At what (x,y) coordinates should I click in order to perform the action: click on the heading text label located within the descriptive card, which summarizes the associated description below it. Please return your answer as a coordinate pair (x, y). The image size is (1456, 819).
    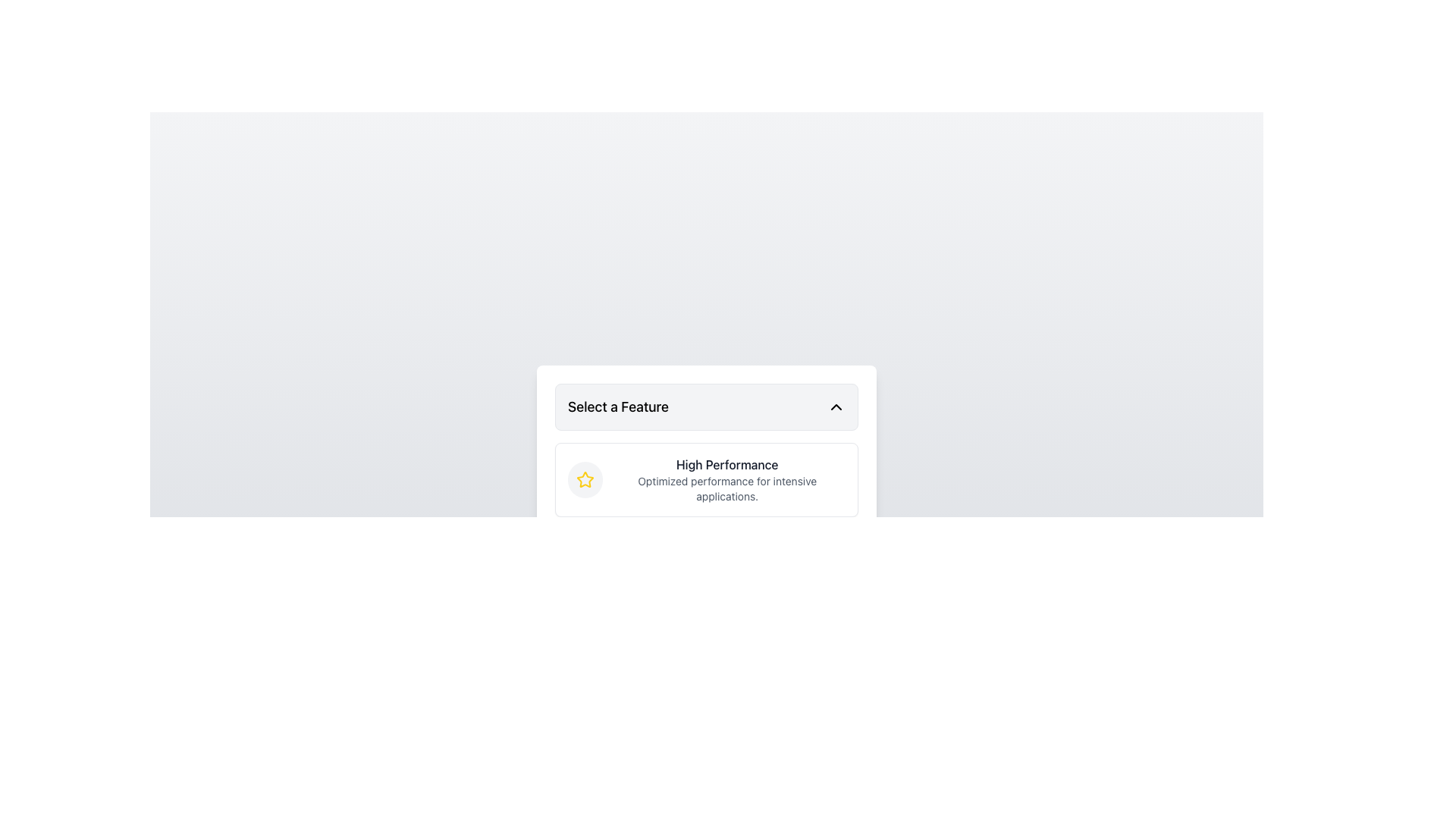
    Looking at the image, I should click on (726, 464).